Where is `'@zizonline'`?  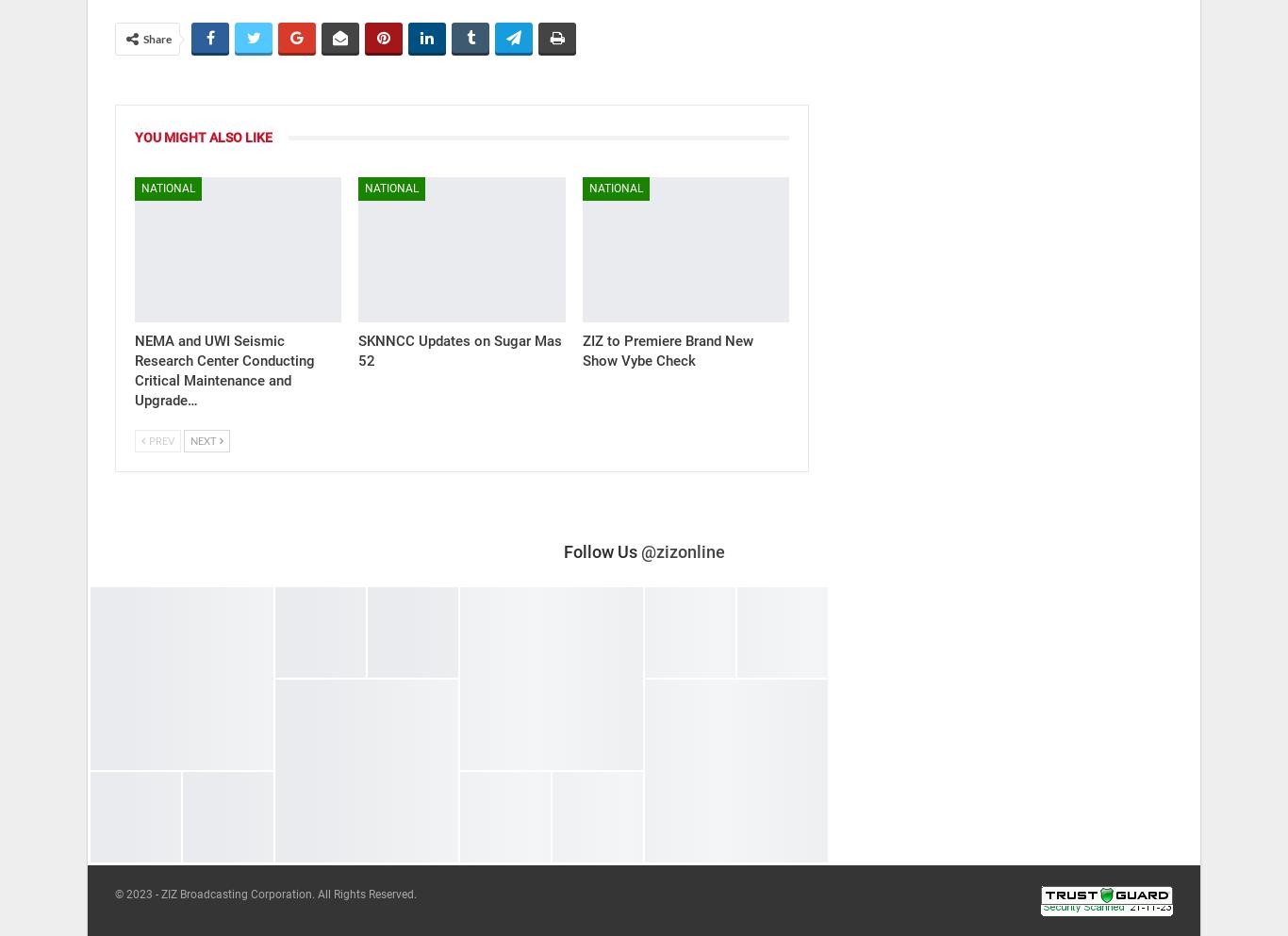
'@zizonline' is located at coordinates (682, 550).